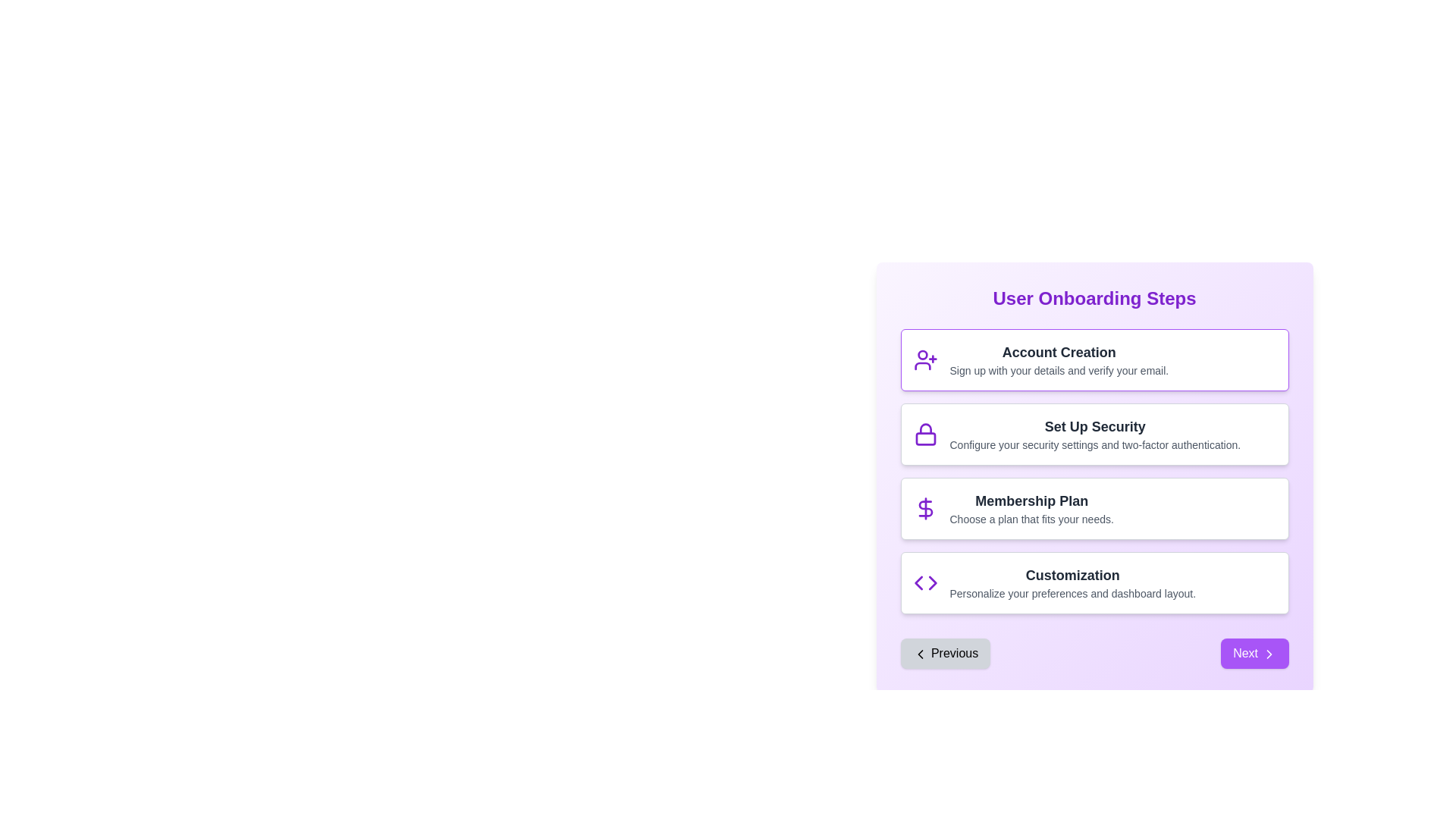 The height and width of the screenshot is (819, 1456). I want to click on the 'Set Up Security' title in the User Onboarding Steps section, which is a non-interactive label indicating a step in the onboarding process, so click(1095, 427).